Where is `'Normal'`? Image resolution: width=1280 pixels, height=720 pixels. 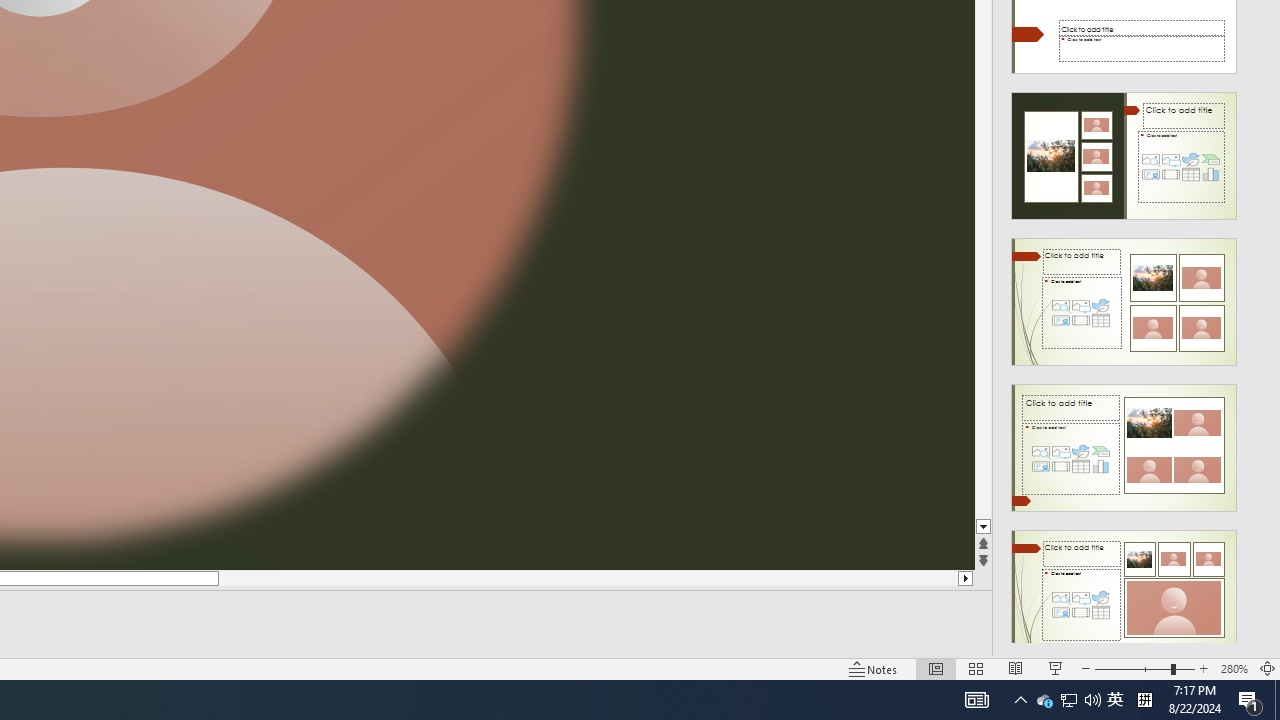
'Normal' is located at coordinates (935, 669).